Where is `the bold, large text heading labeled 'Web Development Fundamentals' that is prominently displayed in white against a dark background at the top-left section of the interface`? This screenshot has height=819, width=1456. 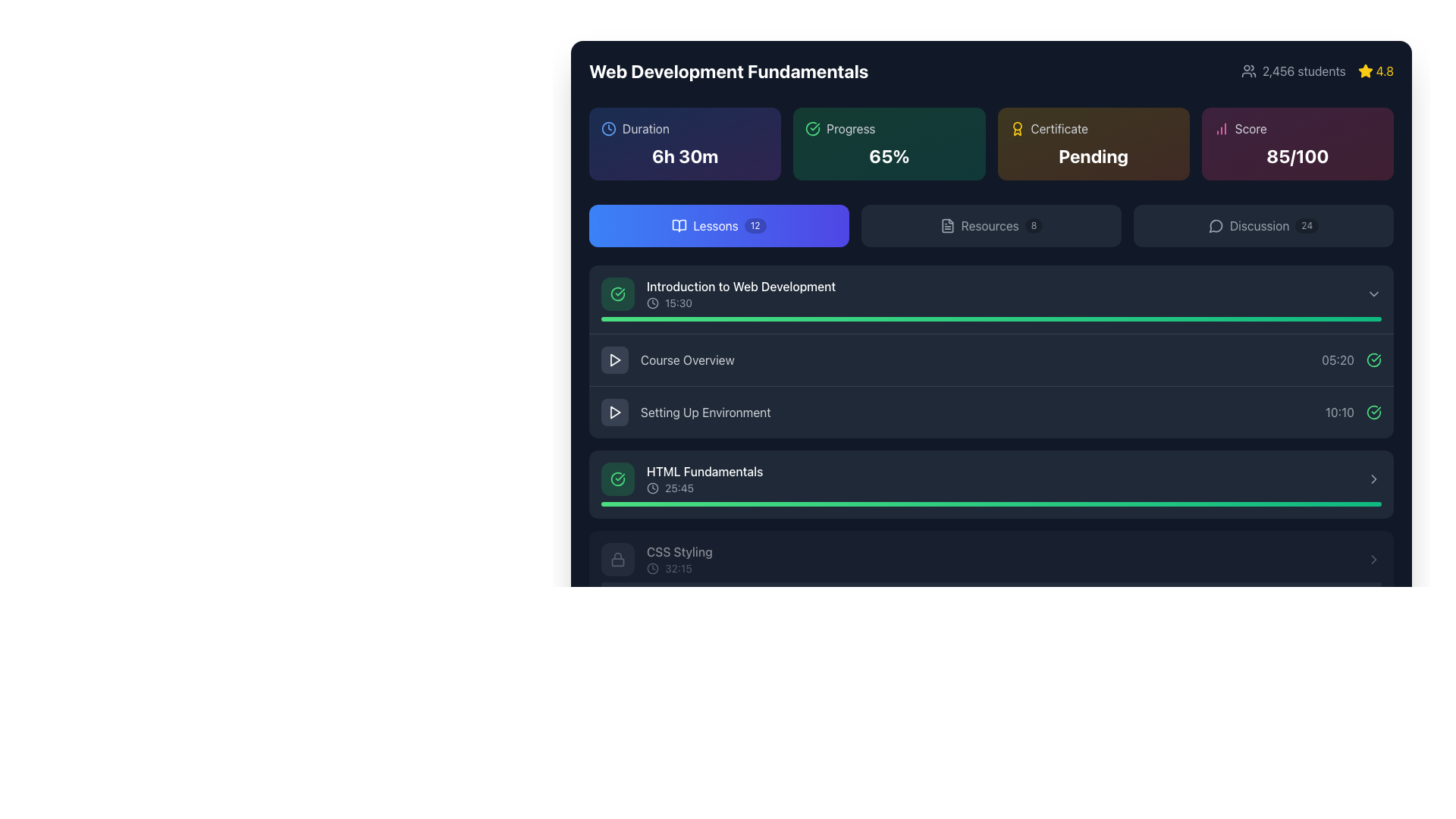 the bold, large text heading labeled 'Web Development Fundamentals' that is prominently displayed in white against a dark background at the top-left section of the interface is located at coordinates (729, 71).